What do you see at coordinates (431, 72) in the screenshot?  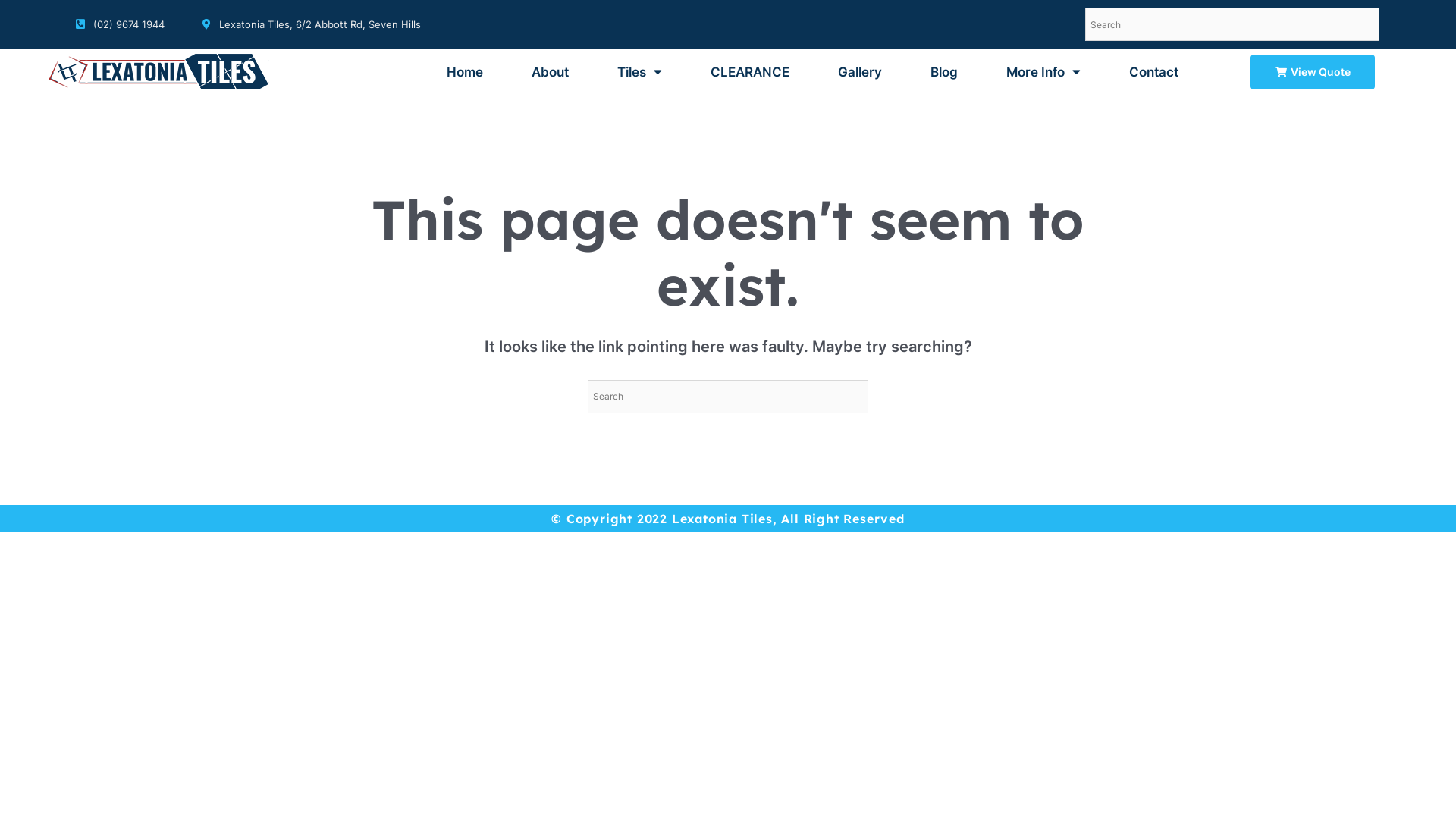 I see `'Home'` at bounding box center [431, 72].